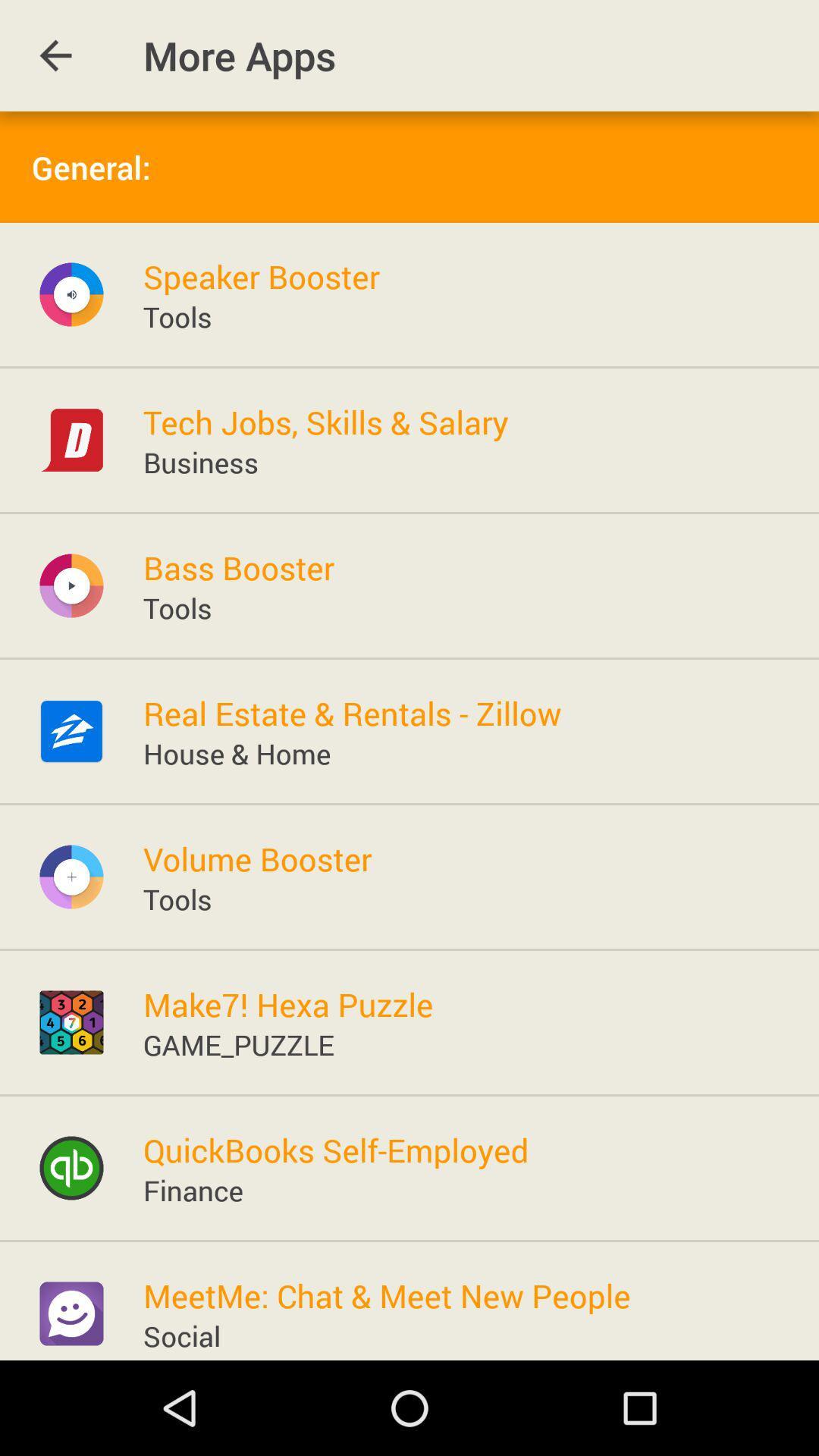 This screenshot has height=1456, width=819. I want to click on quickbooks self-employed icon, so click(335, 1150).